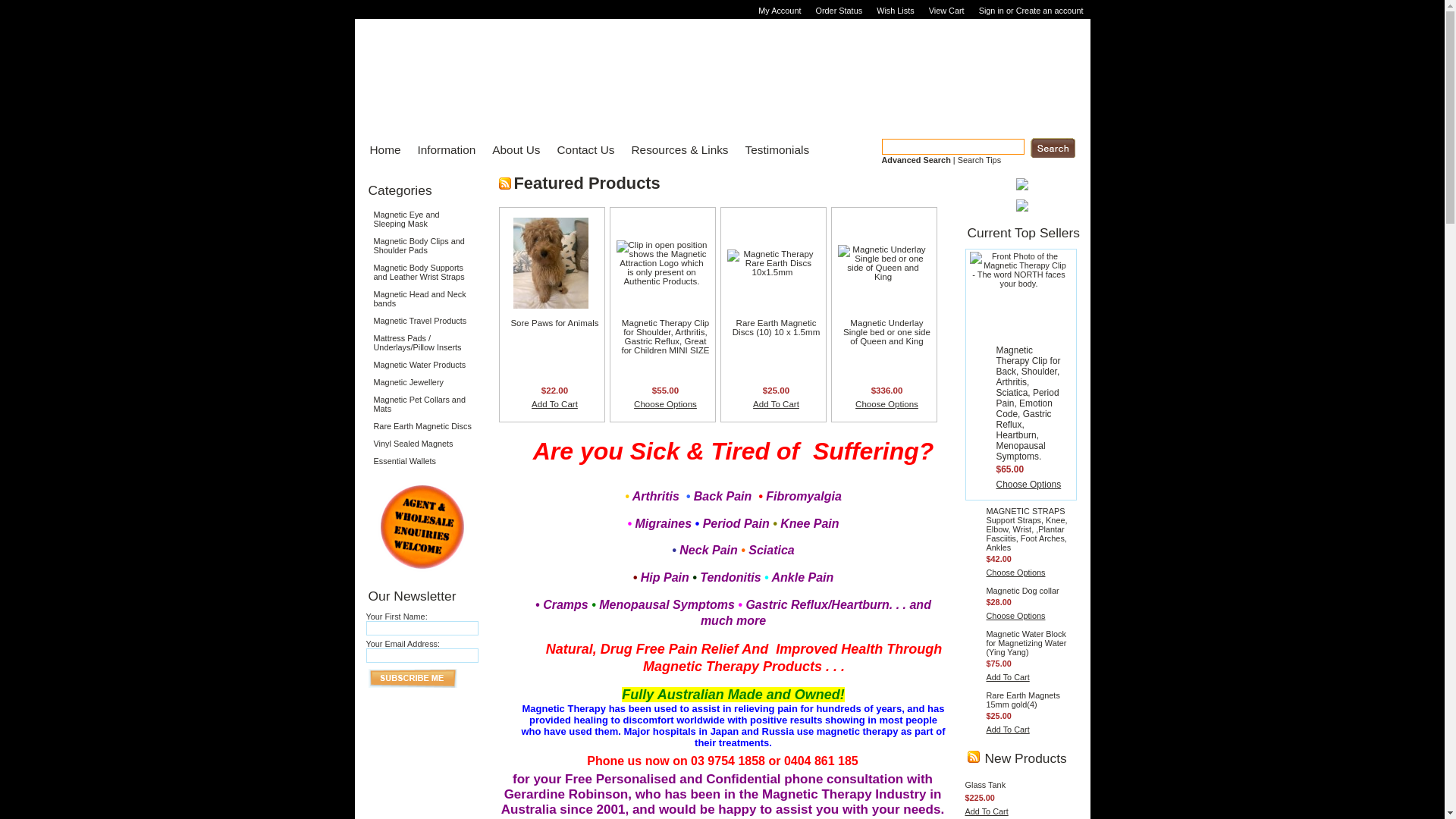  Describe the element at coordinates (986, 728) in the screenshot. I see `'Add To Cart'` at that location.